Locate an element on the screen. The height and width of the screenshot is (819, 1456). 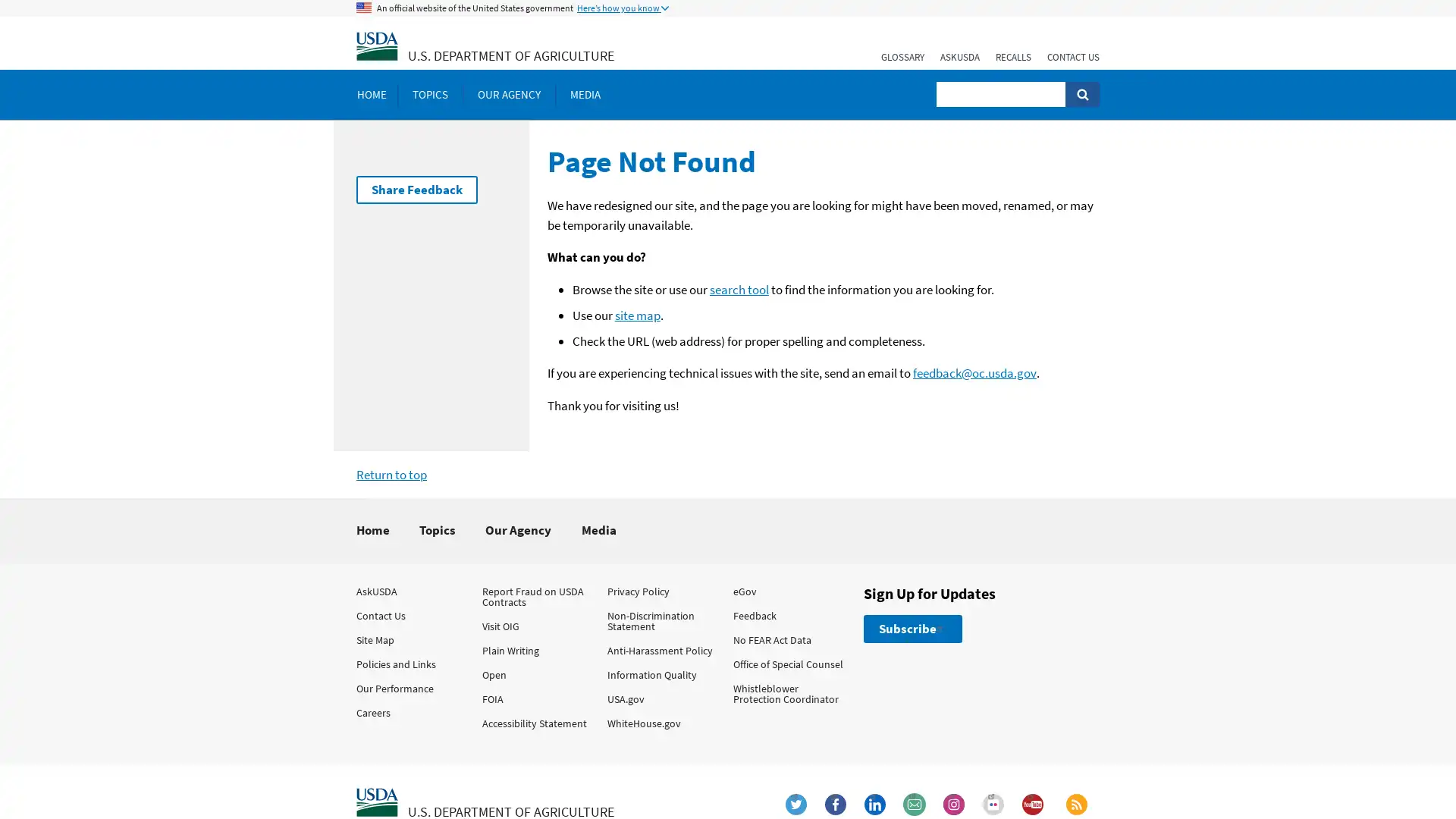
Heres how you know is located at coordinates (623, 8).